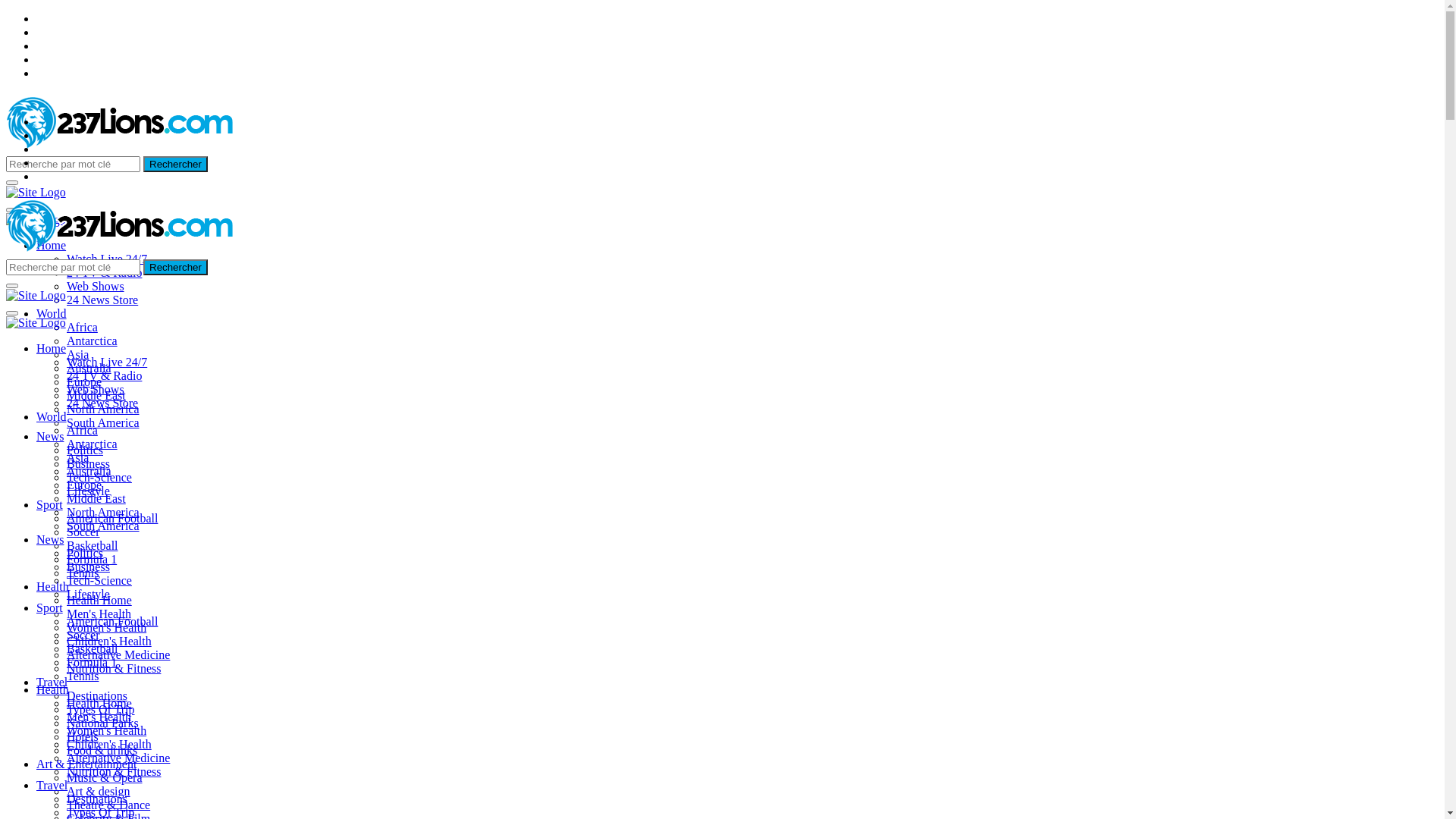 The image size is (1456, 819). What do you see at coordinates (90, 661) in the screenshot?
I see `'Formula 1'` at bounding box center [90, 661].